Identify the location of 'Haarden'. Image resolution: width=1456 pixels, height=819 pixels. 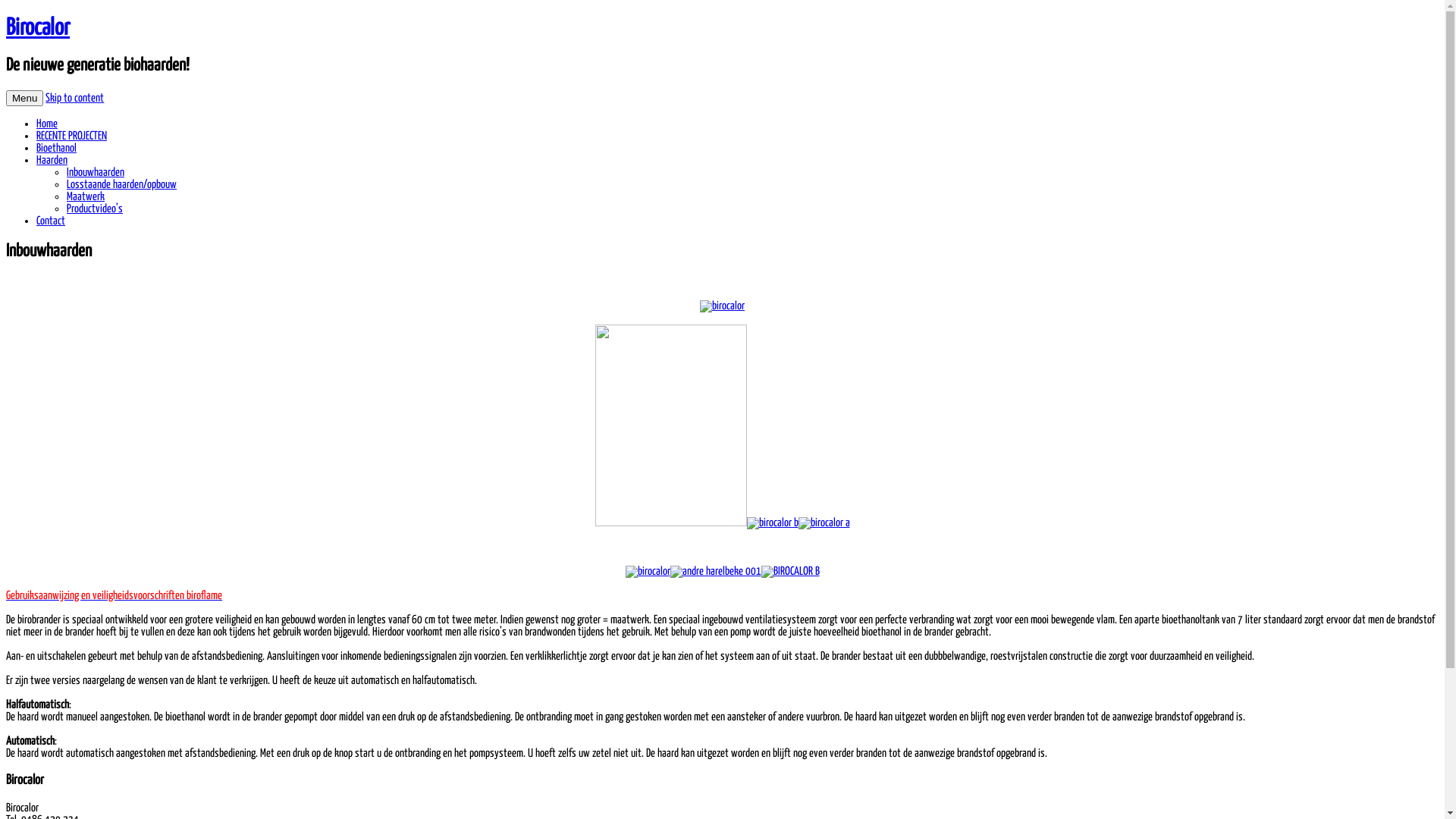
(52, 160).